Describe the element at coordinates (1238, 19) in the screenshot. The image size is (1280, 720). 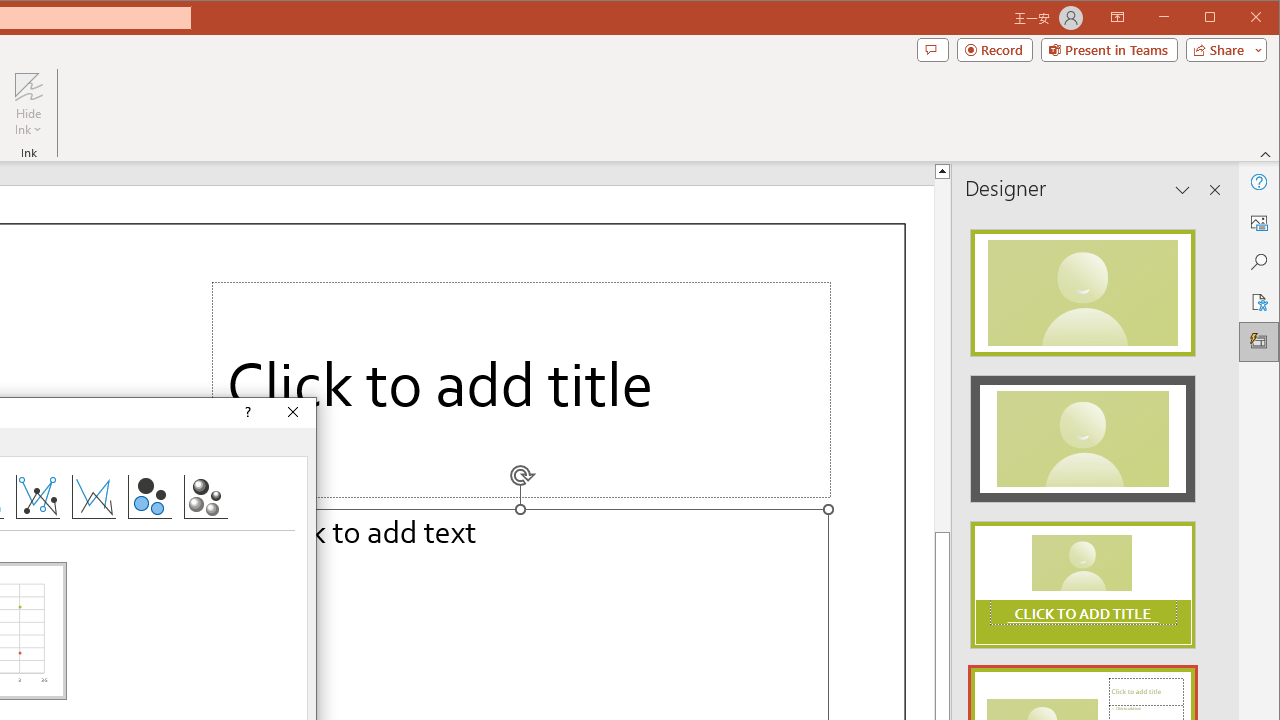
I see `'Maximize'` at that location.